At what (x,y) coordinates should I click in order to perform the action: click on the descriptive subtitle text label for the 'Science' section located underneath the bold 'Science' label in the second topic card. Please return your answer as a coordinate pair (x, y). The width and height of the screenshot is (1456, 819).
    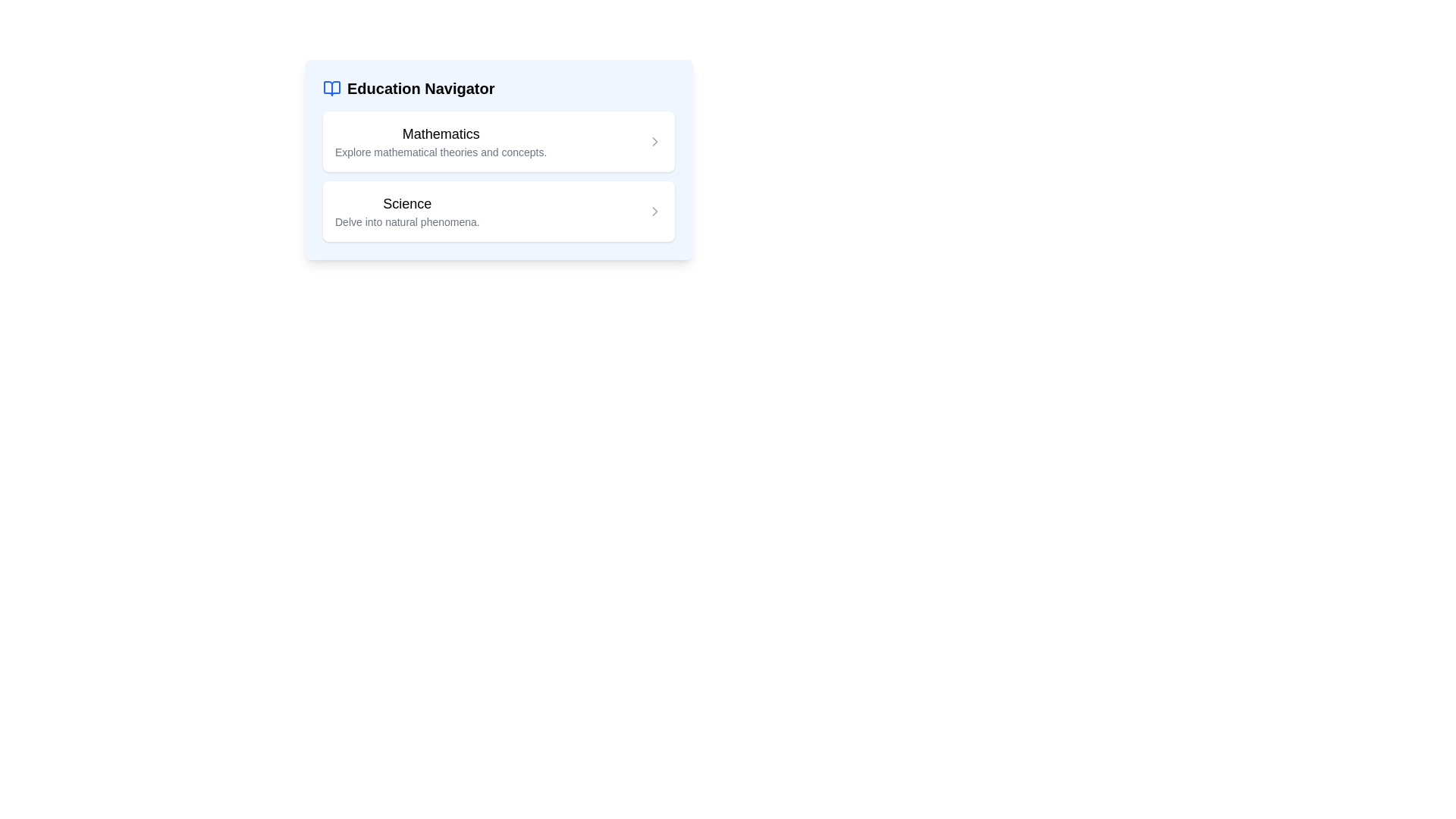
    Looking at the image, I should click on (407, 222).